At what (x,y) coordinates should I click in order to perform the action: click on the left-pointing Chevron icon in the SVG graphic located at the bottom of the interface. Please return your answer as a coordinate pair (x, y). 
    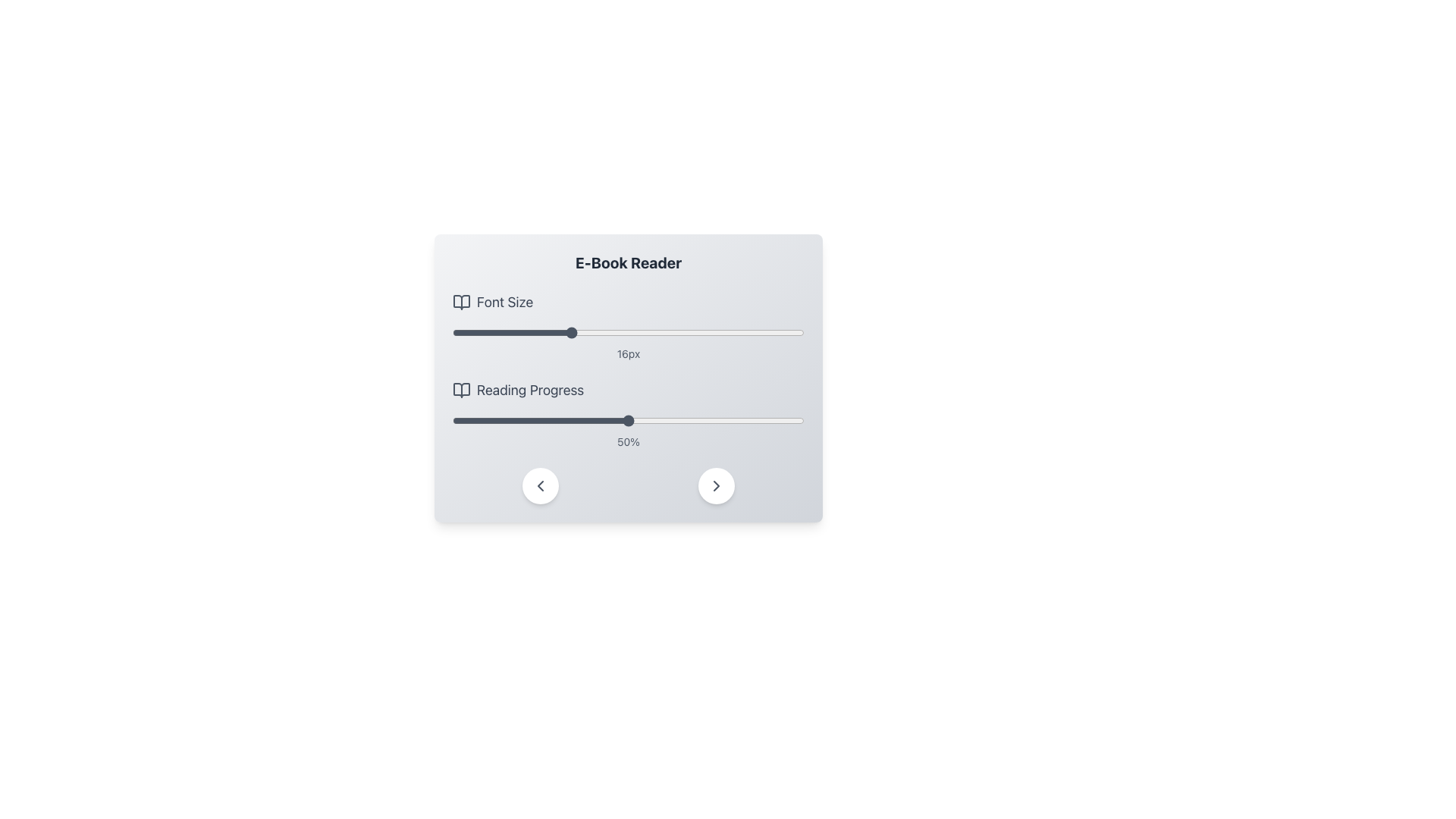
    Looking at the image, I should click on (541, 485).